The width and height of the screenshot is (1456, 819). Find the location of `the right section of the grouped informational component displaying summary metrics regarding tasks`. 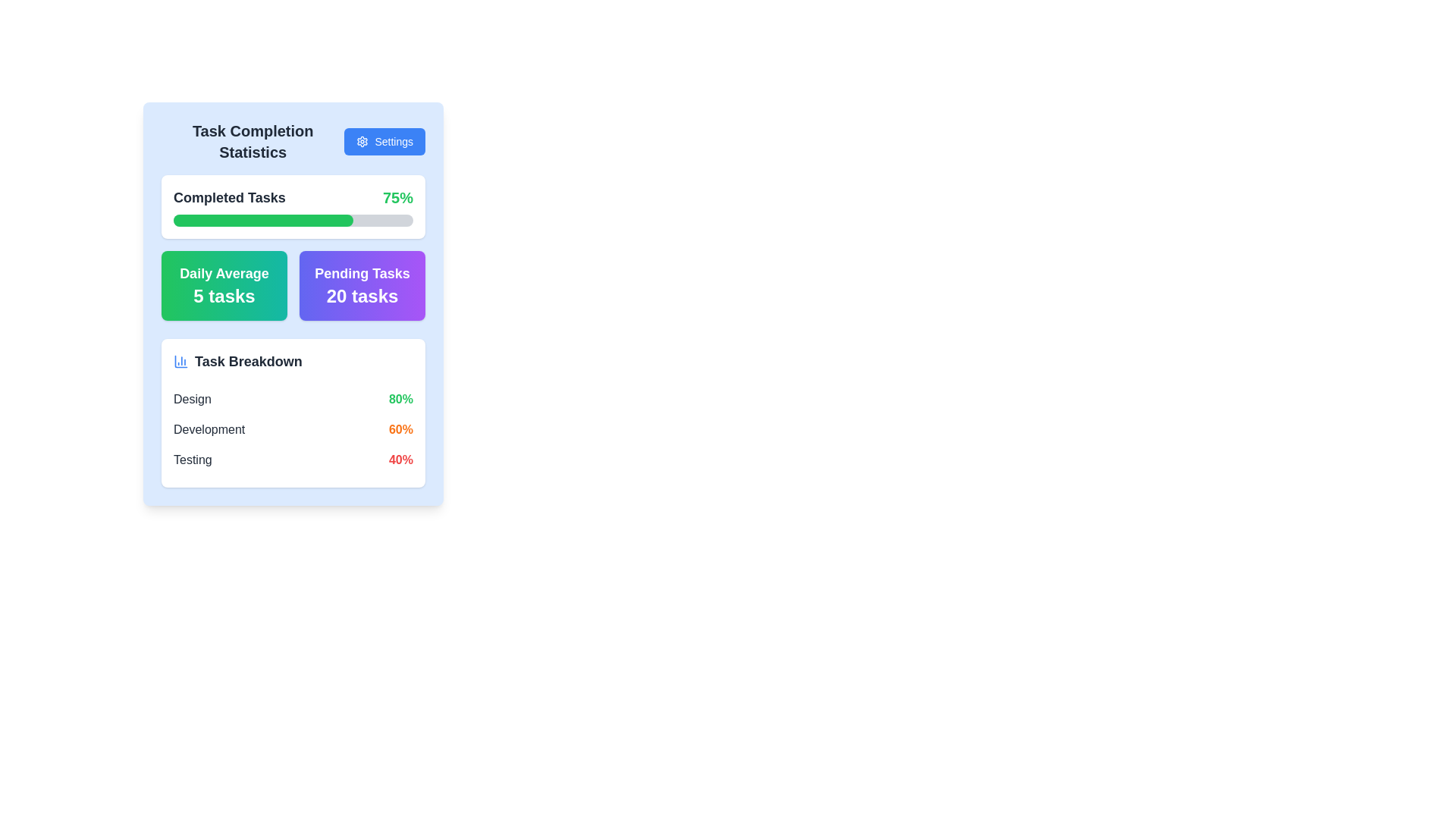

the right section of the grouped informational component displaying summary metrics regarding tasks is located at coordinates (293, 286).